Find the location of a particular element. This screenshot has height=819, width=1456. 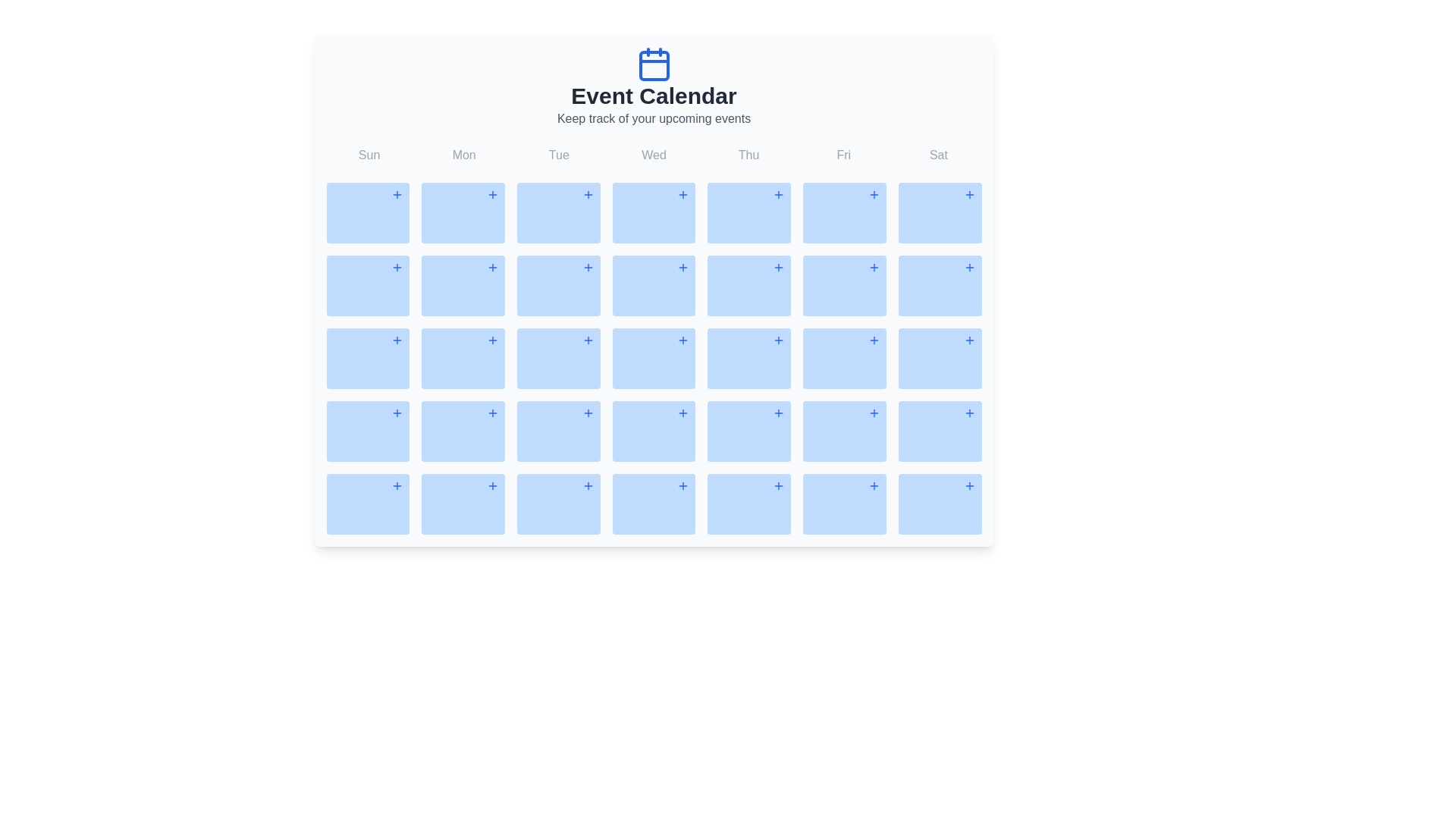

the informational static text element located directly underneath the 'Event Calendar' heading, which clarifies its purpose is located at coordinates (654, 118).